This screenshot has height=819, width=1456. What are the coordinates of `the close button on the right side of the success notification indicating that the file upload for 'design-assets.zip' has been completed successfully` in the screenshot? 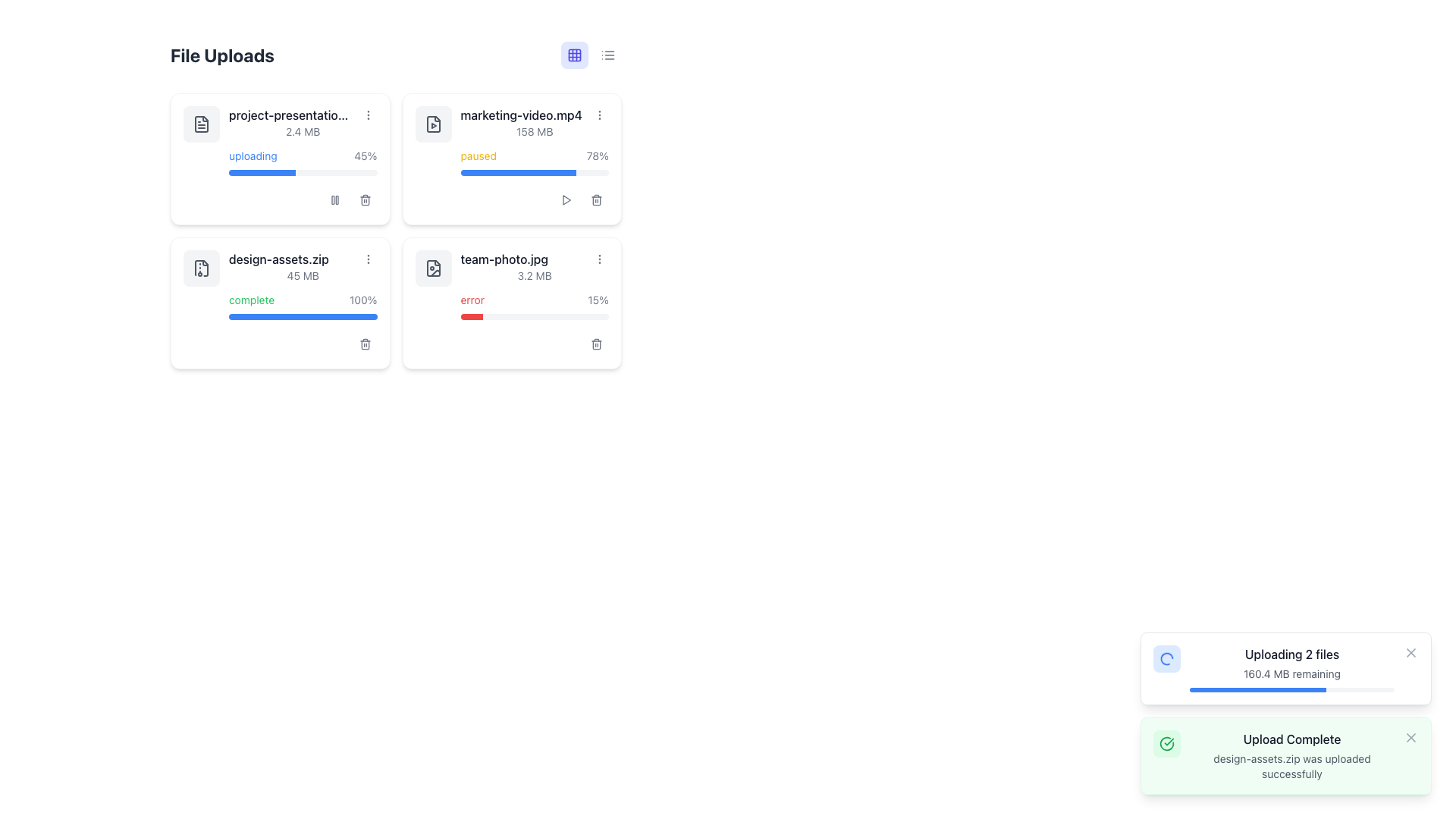 It's located at (1285, 755).